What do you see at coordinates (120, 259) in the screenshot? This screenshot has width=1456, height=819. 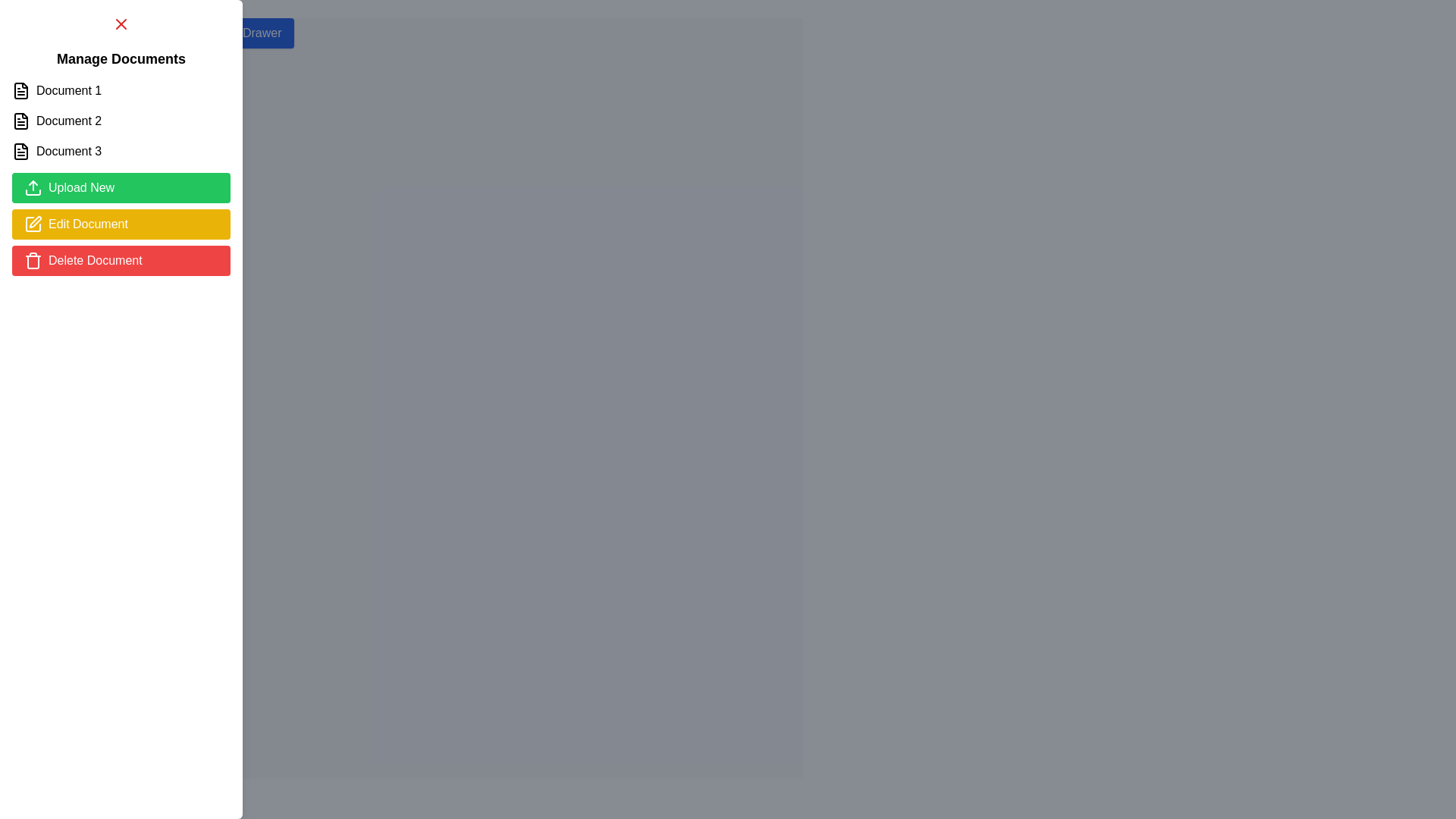 I see `the delete button located at the bottom of the 'Manage Documents' section` at bounding box center [120, 259].